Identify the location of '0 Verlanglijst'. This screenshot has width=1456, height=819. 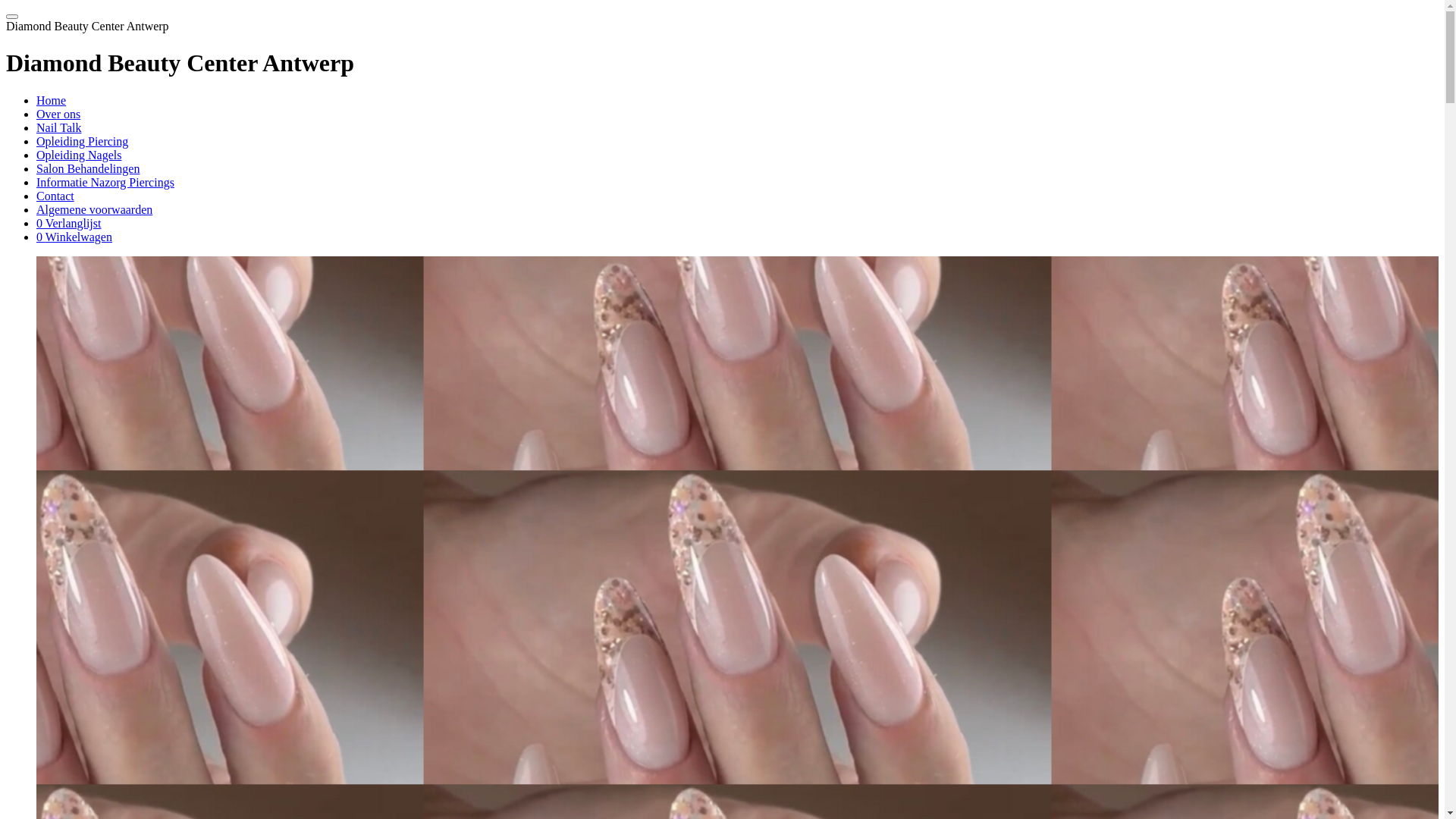
(67, 223).